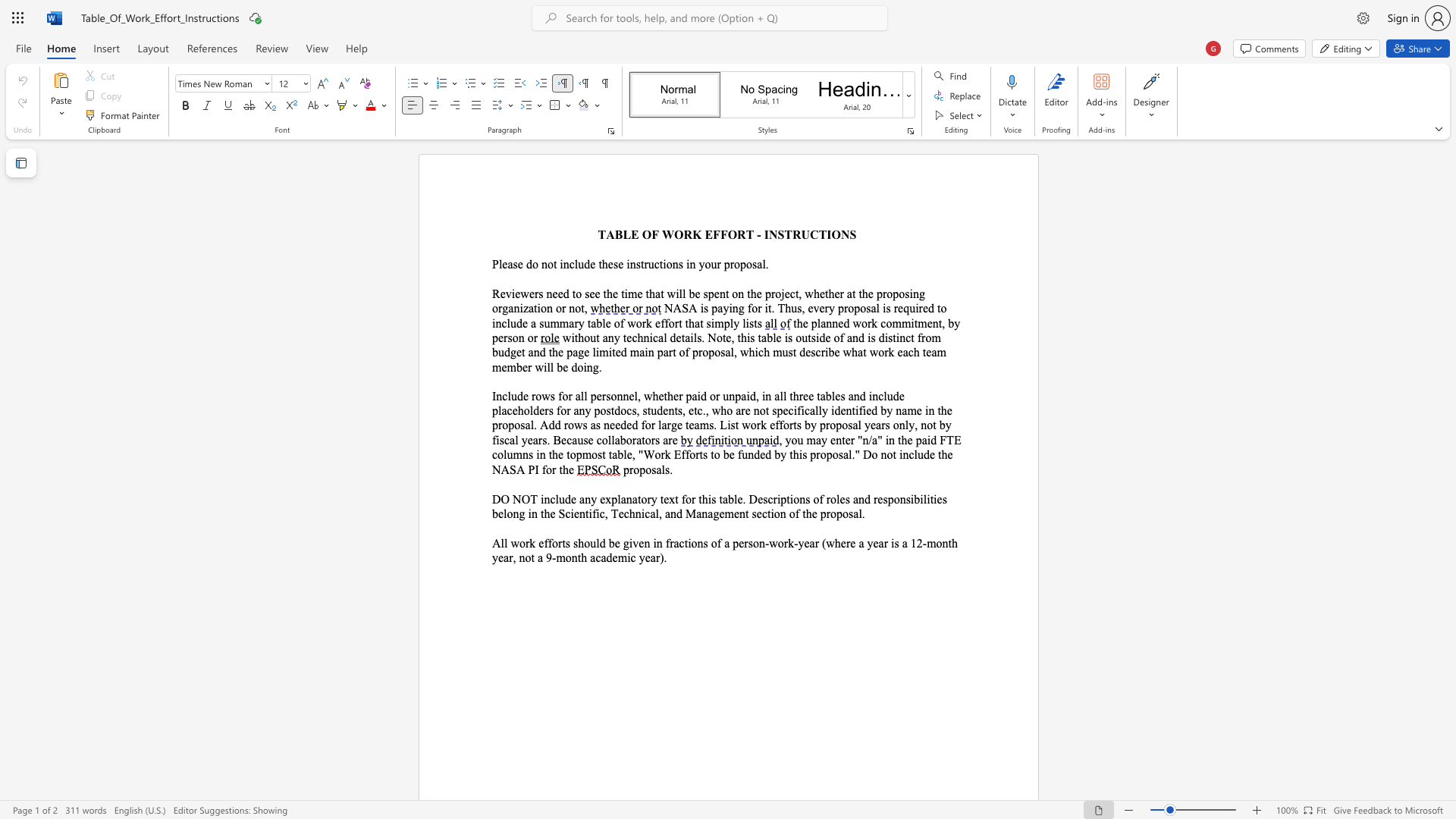  Describe the element at coordinates (745, 234) in the screenshot. I see `the space between the continuous character "R" and "T" in the text` at that location.